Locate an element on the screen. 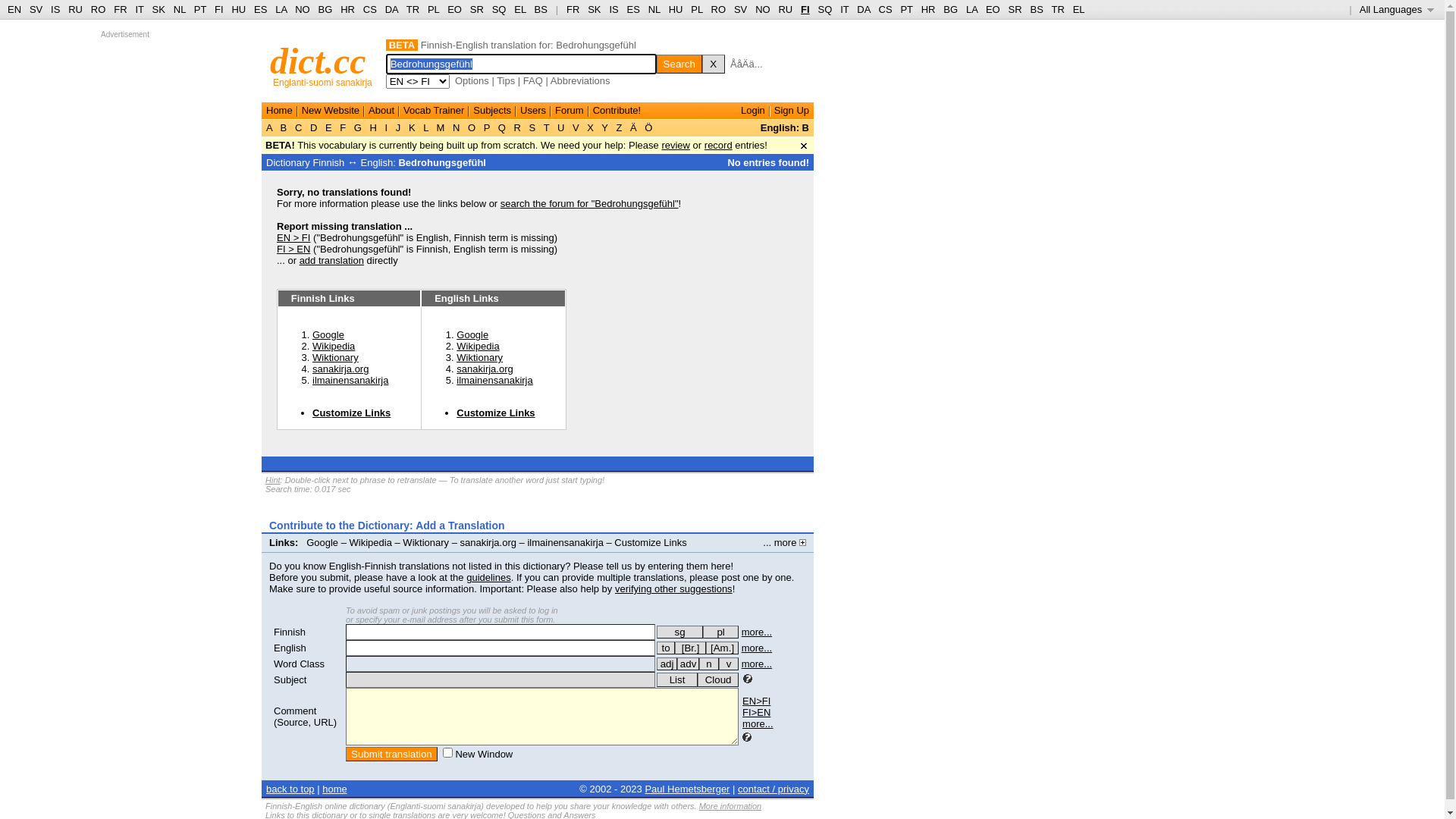 Image resolution: width=1456 pixels, height=819 pixels. 'TR' is located at coordinates (406, 9).